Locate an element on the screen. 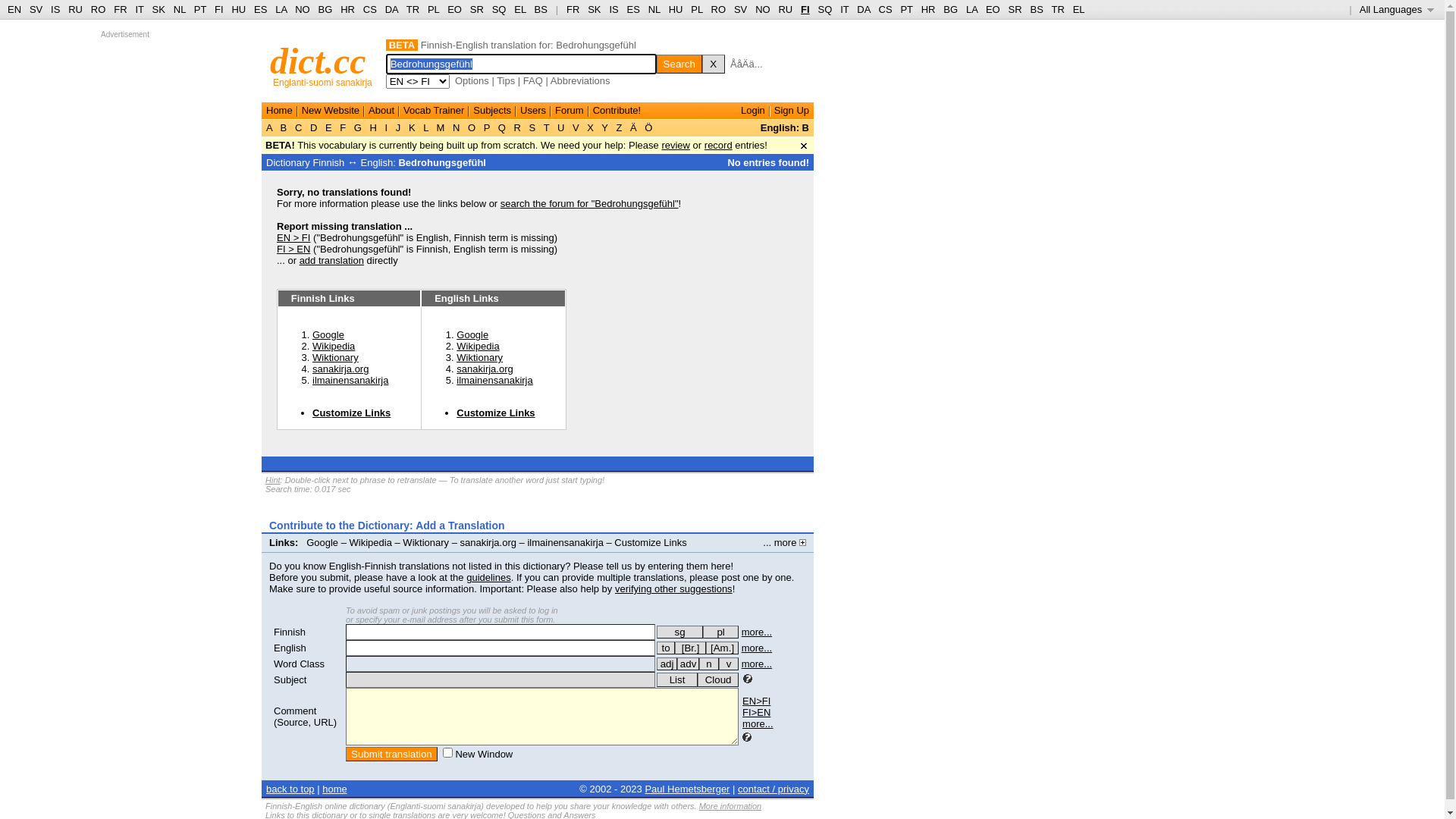 Image resolution: width=1456 pixels, height=819 pixels. 'TR' is located at coordinates (406, 9).